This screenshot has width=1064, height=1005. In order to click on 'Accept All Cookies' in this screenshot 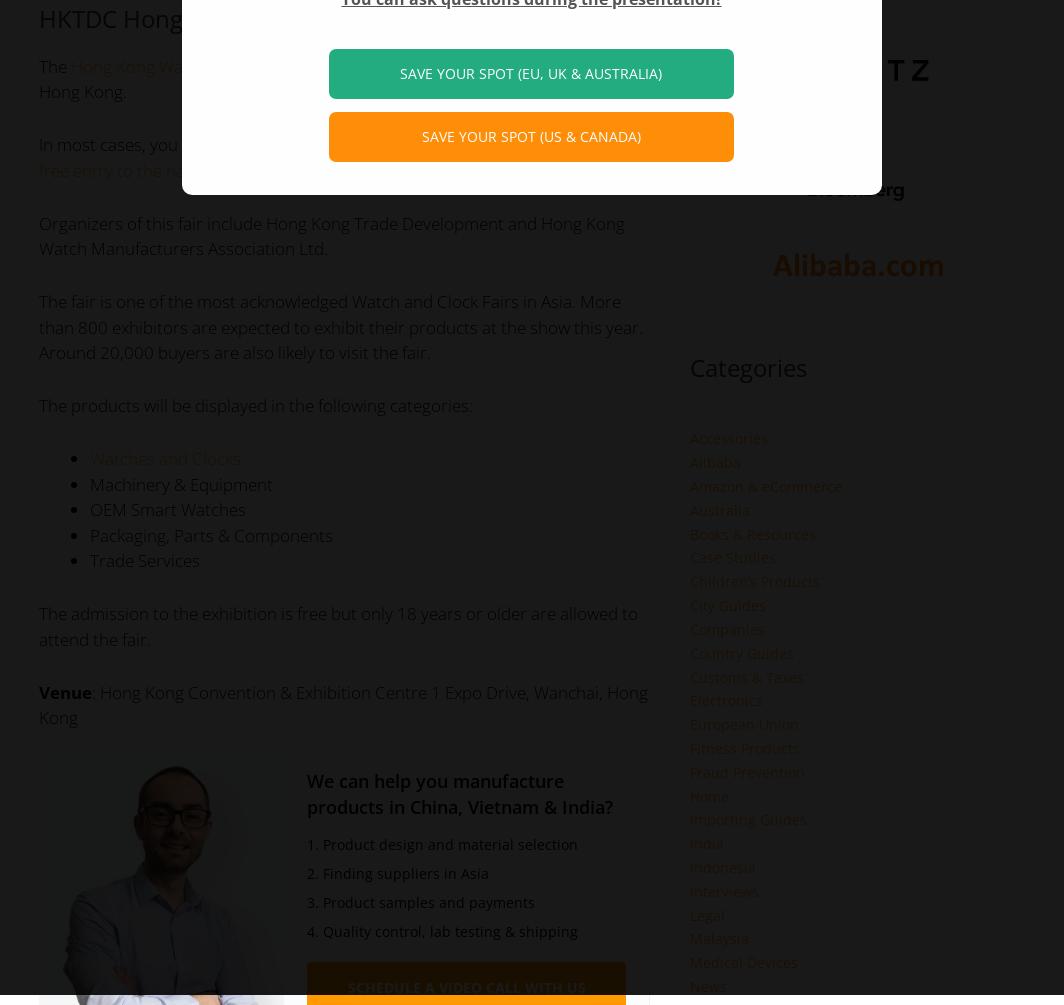, I will do `click(544, 49)`.